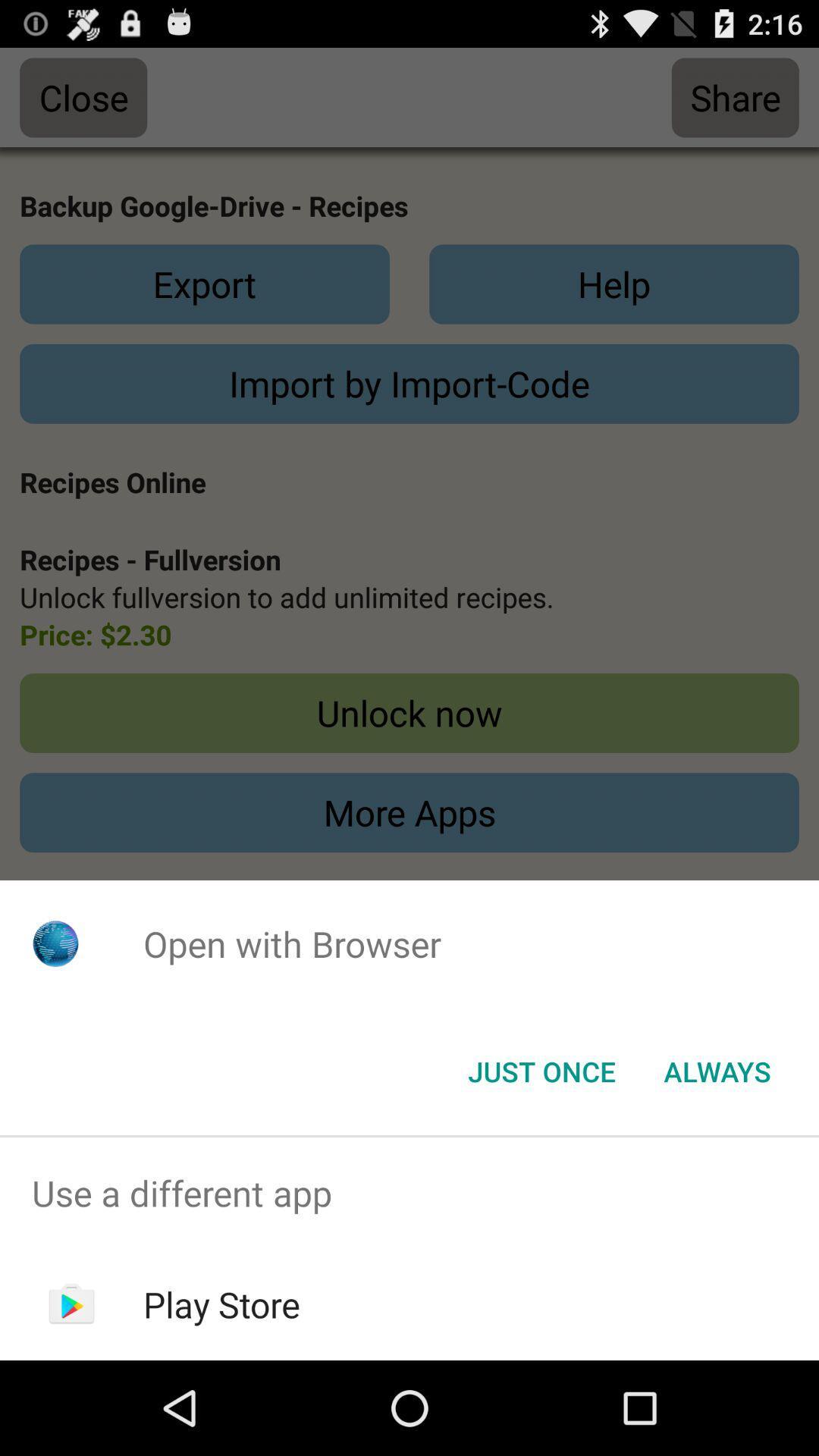 Image resolution: width=819 pixels, height=1456 pixels. I want to click on the icon below the open with browser app, so click(717, 1070).